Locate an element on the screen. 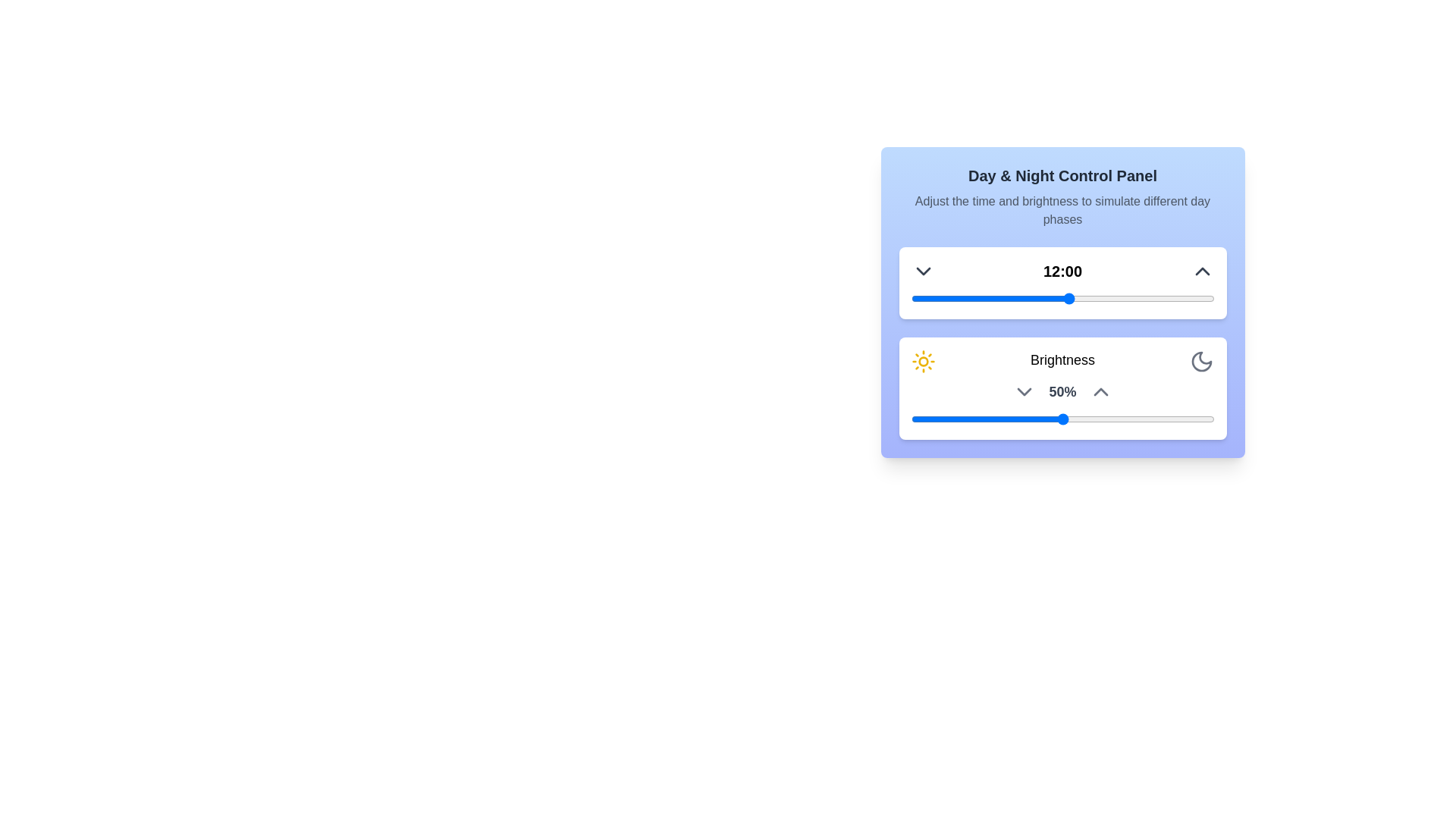 This screenshot has width=1456, height=819. the gray crescent moon icon located in the brightness adjustment section is located at coordinates (1201, 362).